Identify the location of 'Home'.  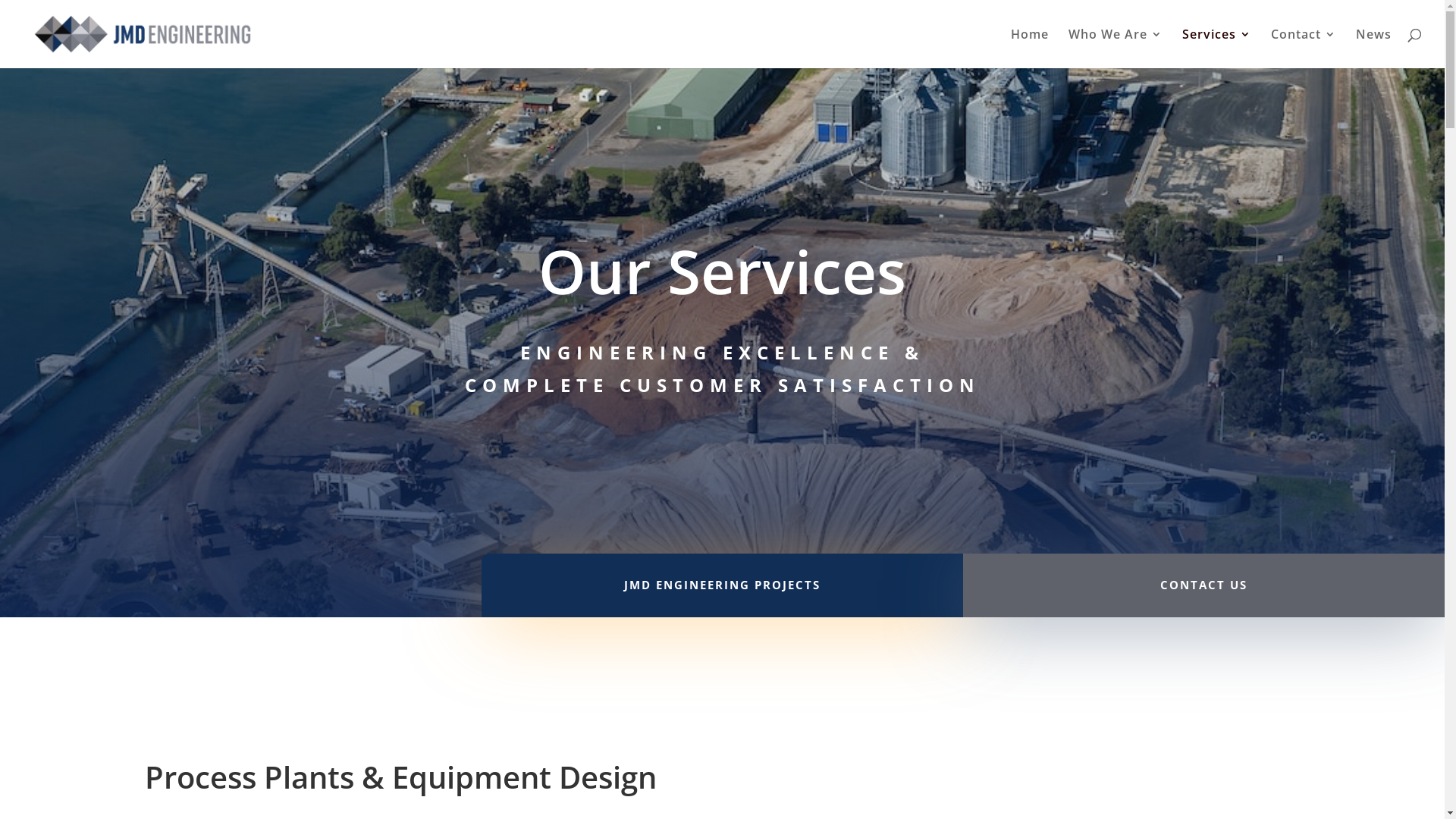
(1030, 48).